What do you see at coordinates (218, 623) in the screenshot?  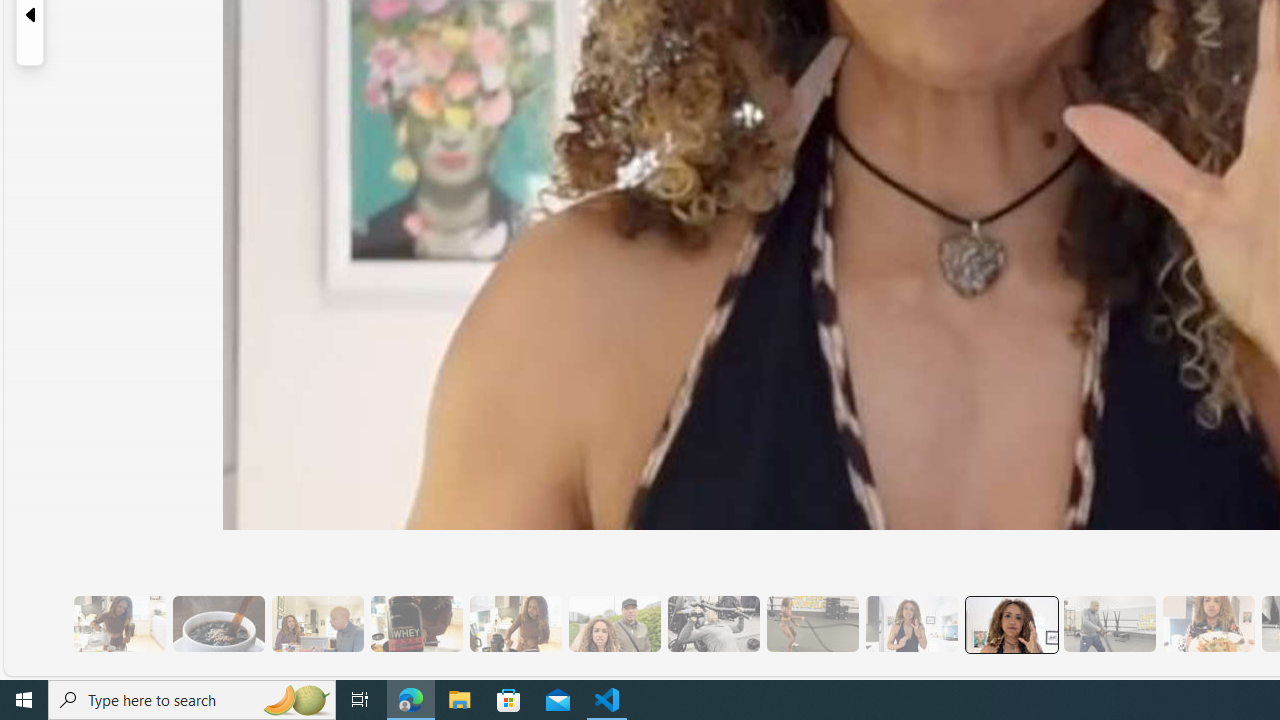 I see `'8 Be Mindful of Coffee'` at bounding box center [218, 623].